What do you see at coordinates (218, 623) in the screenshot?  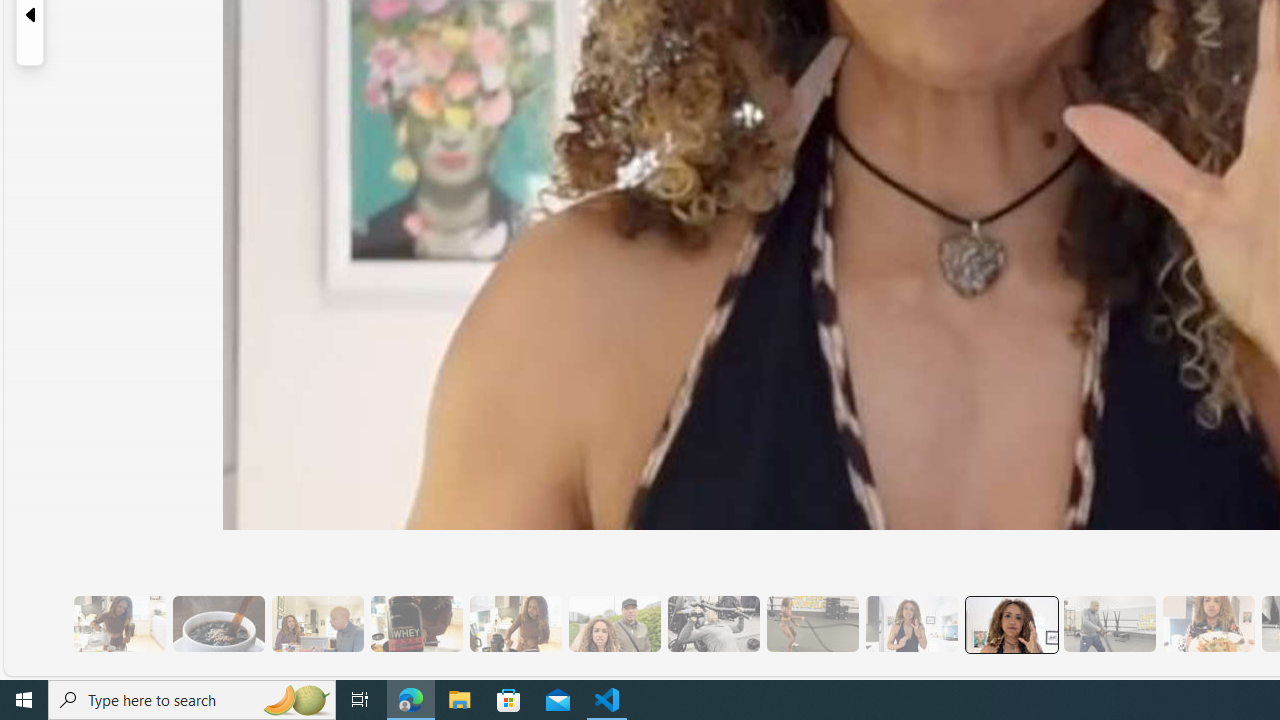 I see `'8 Be Mindful of Coffee'` at bounding box center [218, 623].